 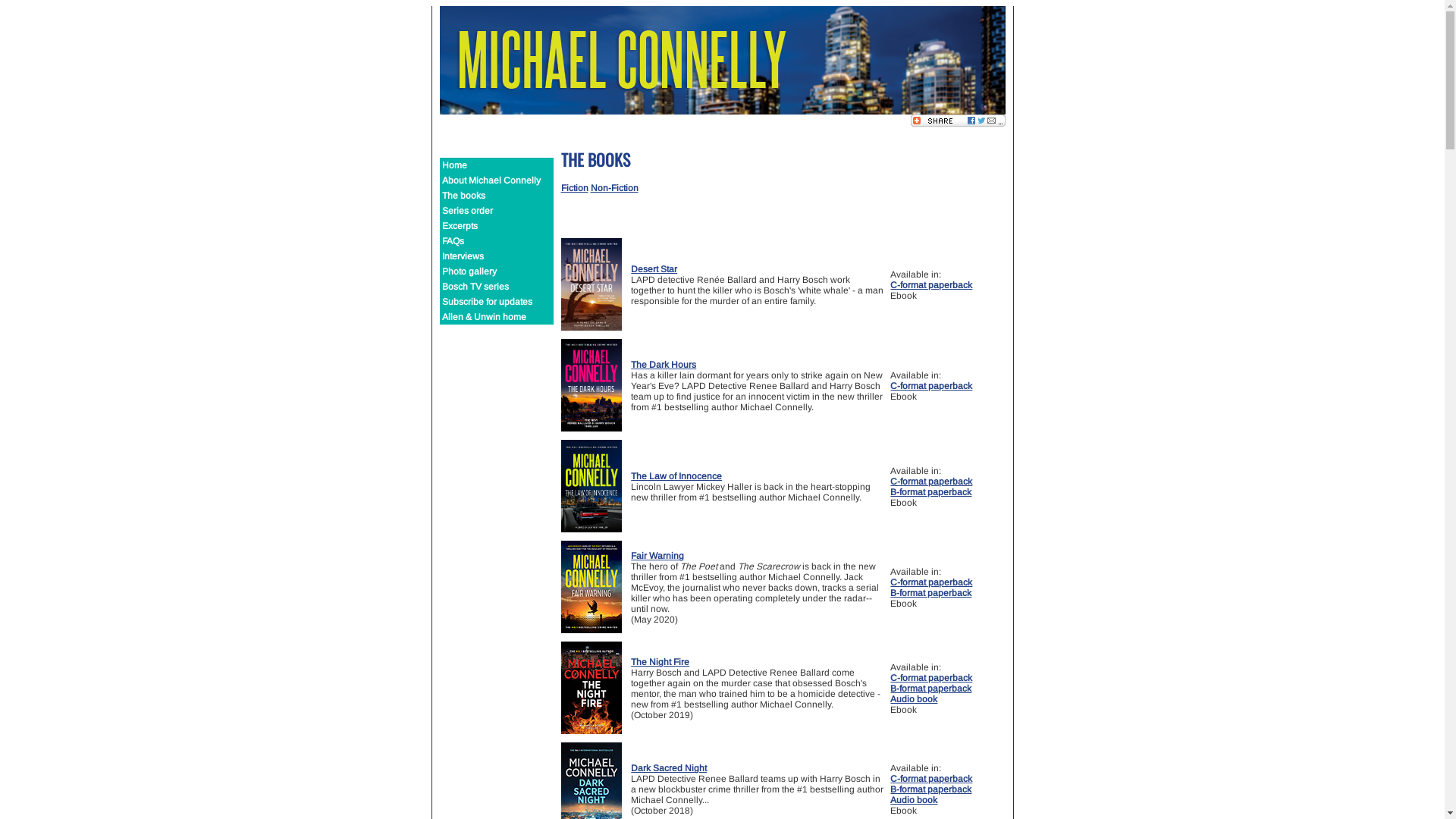 I want to click on 'Dark Sacred Night', so click(x=630, y=768).